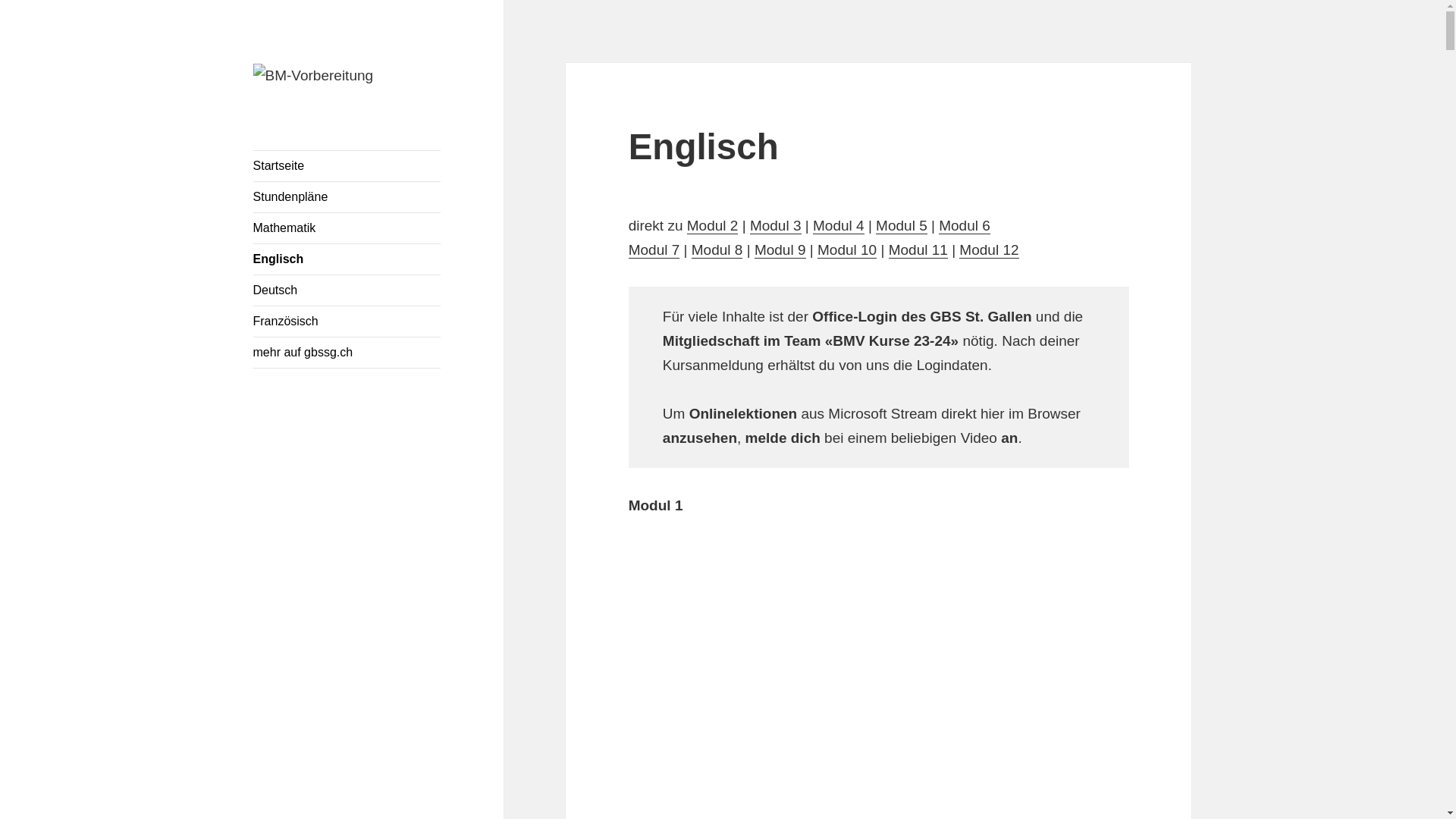  I want to click on 'Deutsch', so click(346, 290).